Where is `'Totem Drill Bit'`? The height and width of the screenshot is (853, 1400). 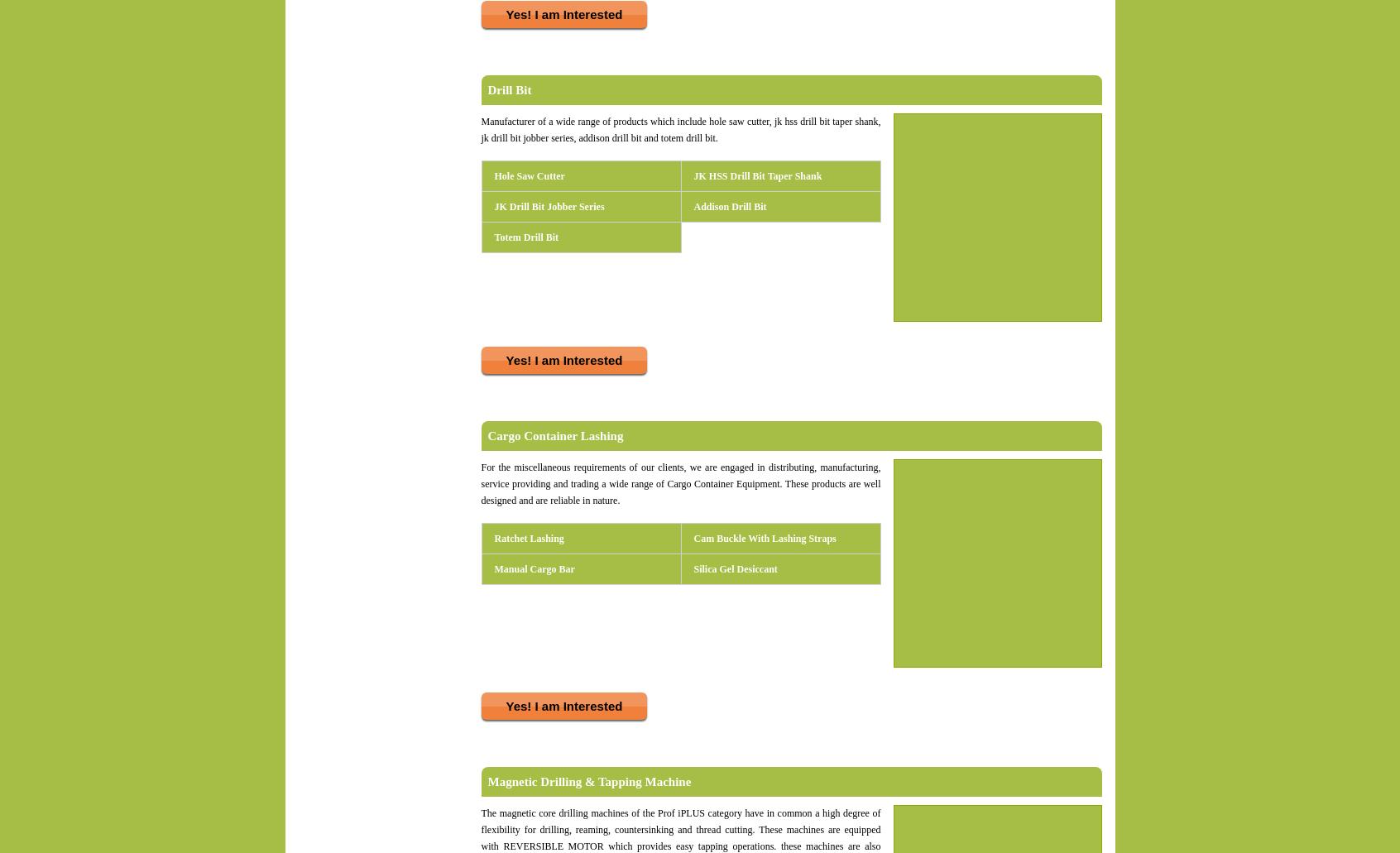 'Totem Drill Bit' is located at coordinates (526, 237).